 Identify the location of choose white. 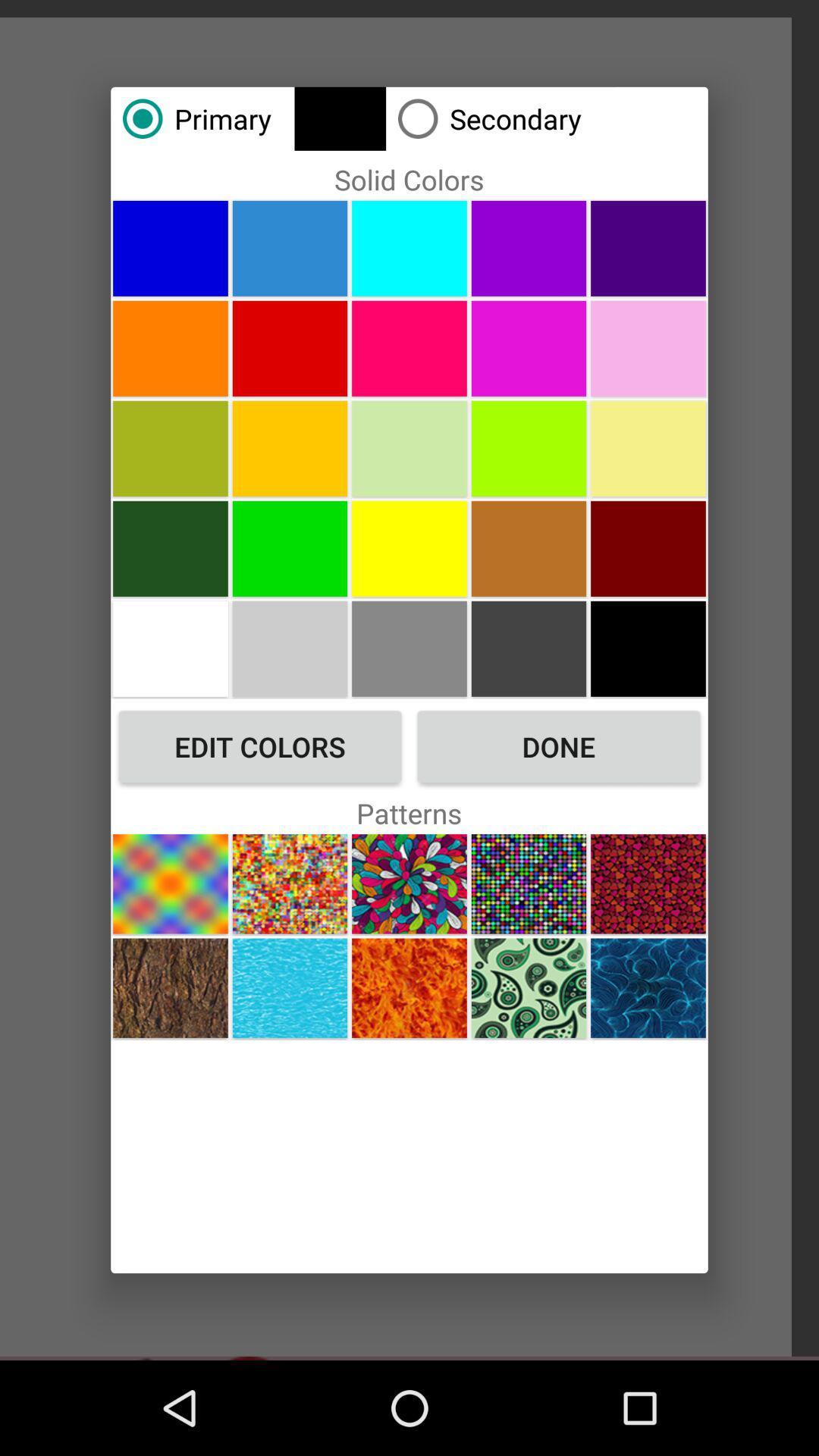
(170, 648).